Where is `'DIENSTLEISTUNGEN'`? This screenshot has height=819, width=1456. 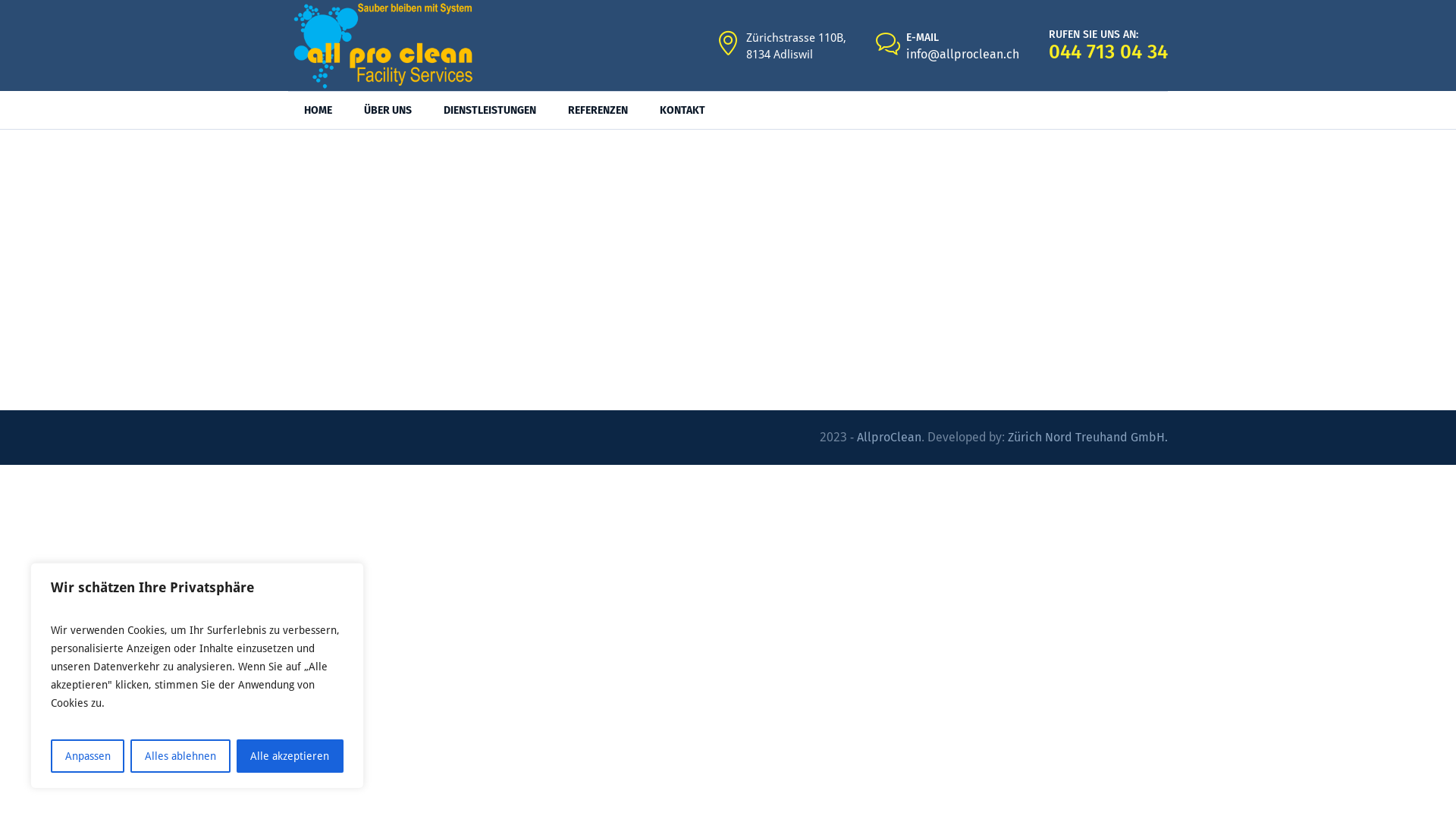 'DIENSTLEISTUNGEN' is located at coordinates (490, 110).